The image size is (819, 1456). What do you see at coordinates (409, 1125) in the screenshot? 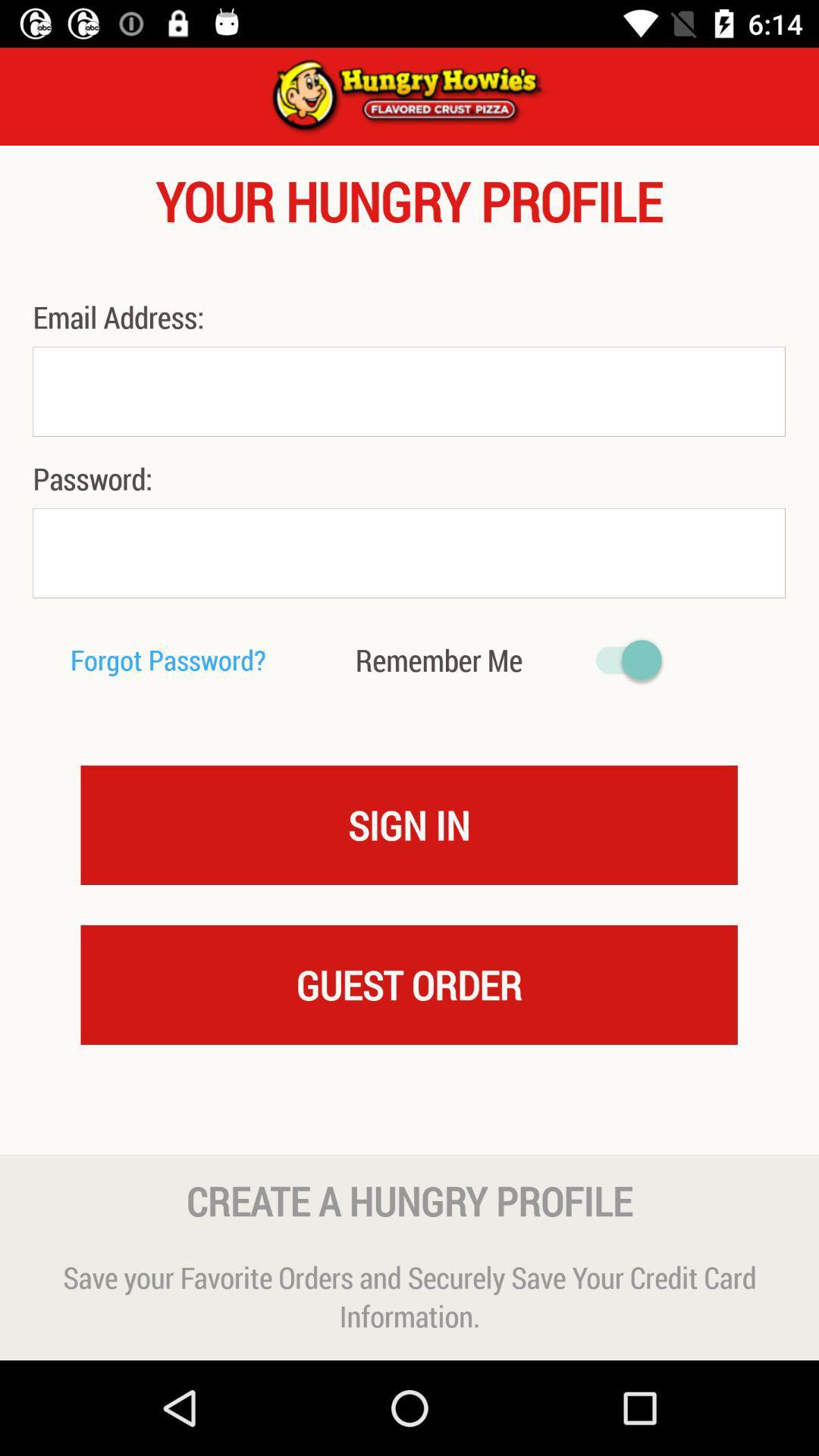
I see `icon below guest order item` at bounding box center [409, 1125].